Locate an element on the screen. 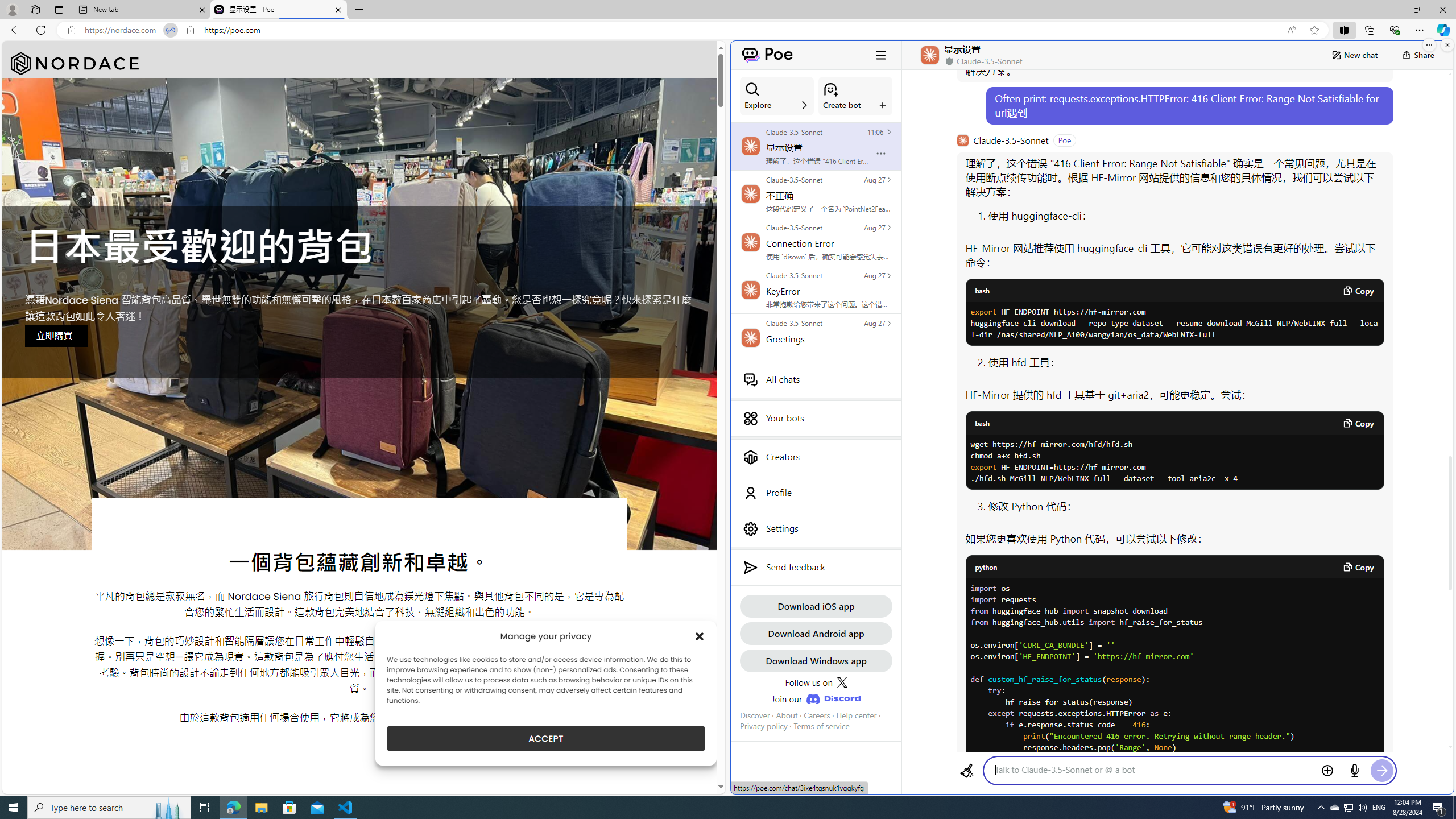 This screenshot has width=1456, height=819. 'Help center' is located at coordinates (855, 714).